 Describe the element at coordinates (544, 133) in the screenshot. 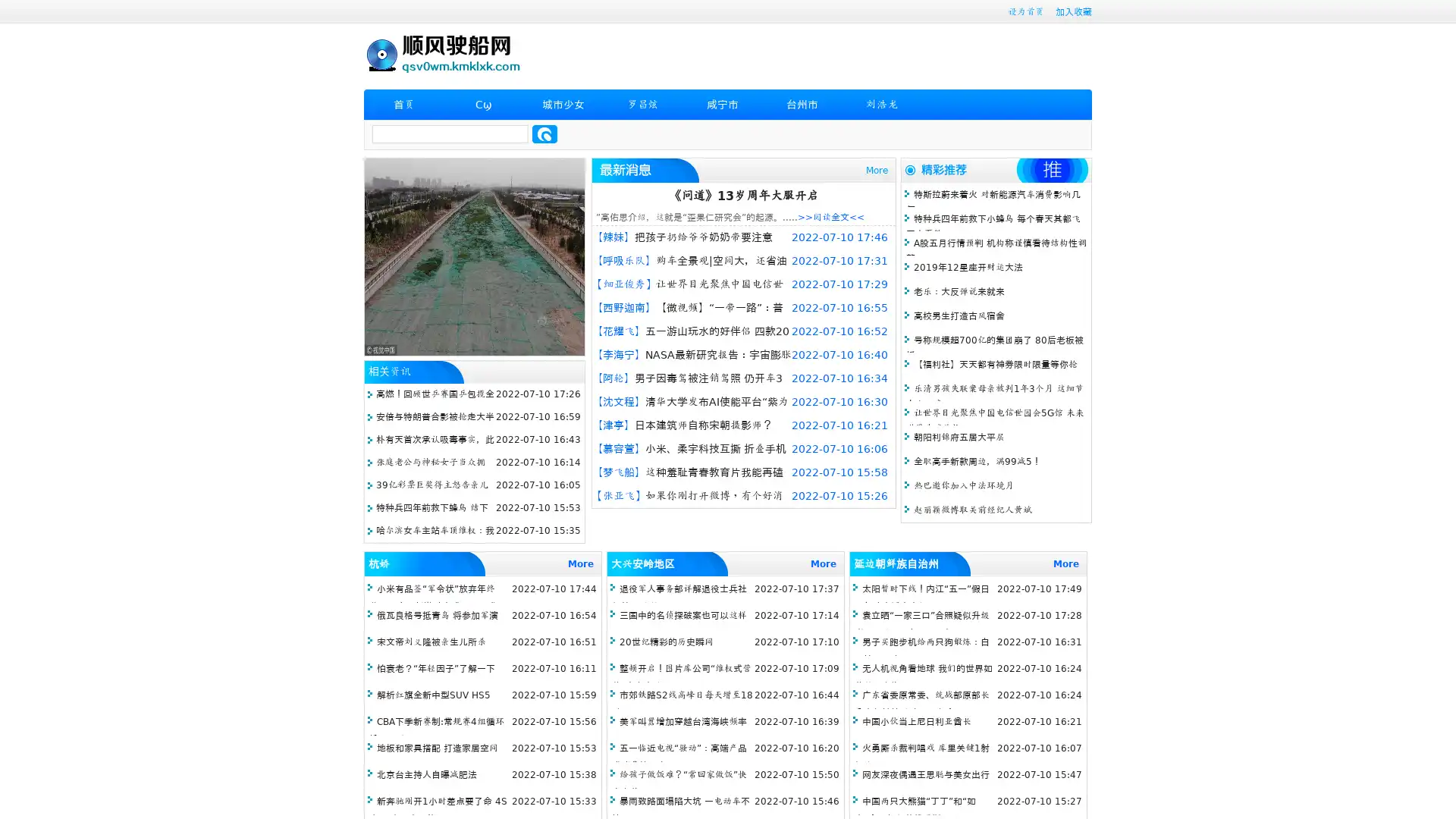

I see `Search` at that location.